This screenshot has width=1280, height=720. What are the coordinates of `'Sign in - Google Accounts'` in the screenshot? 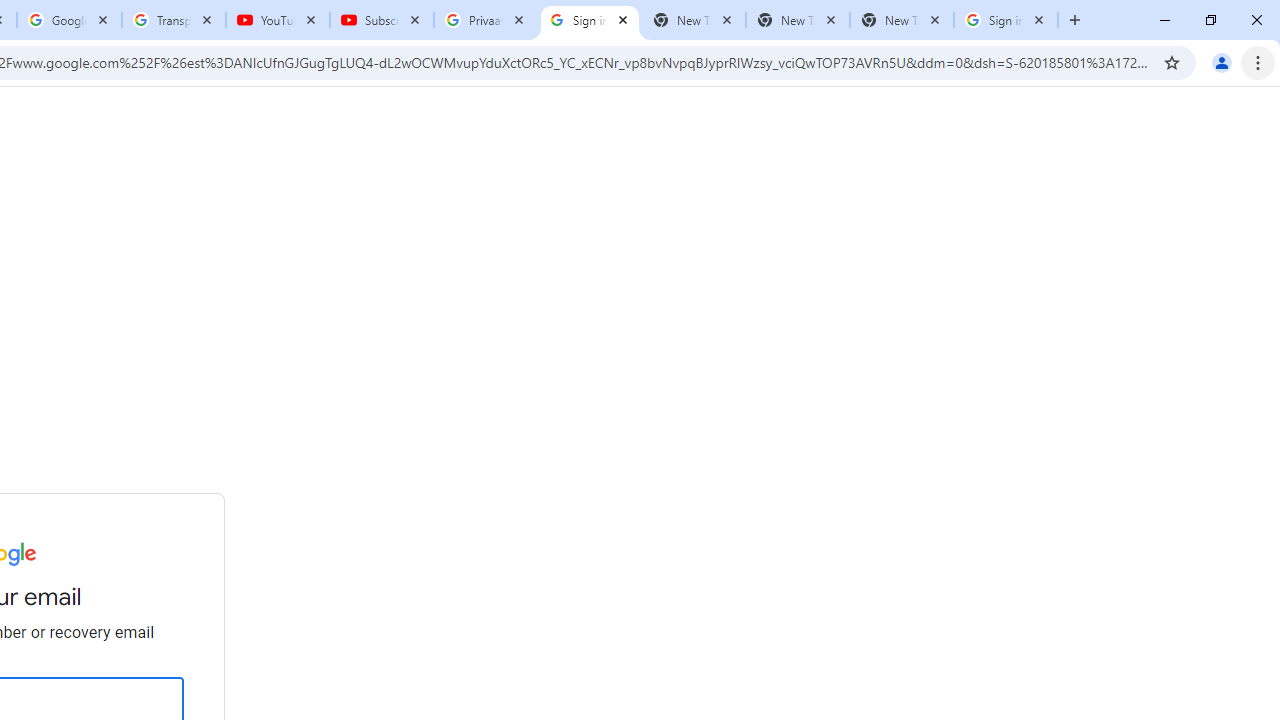 It's located at (1006, 20).